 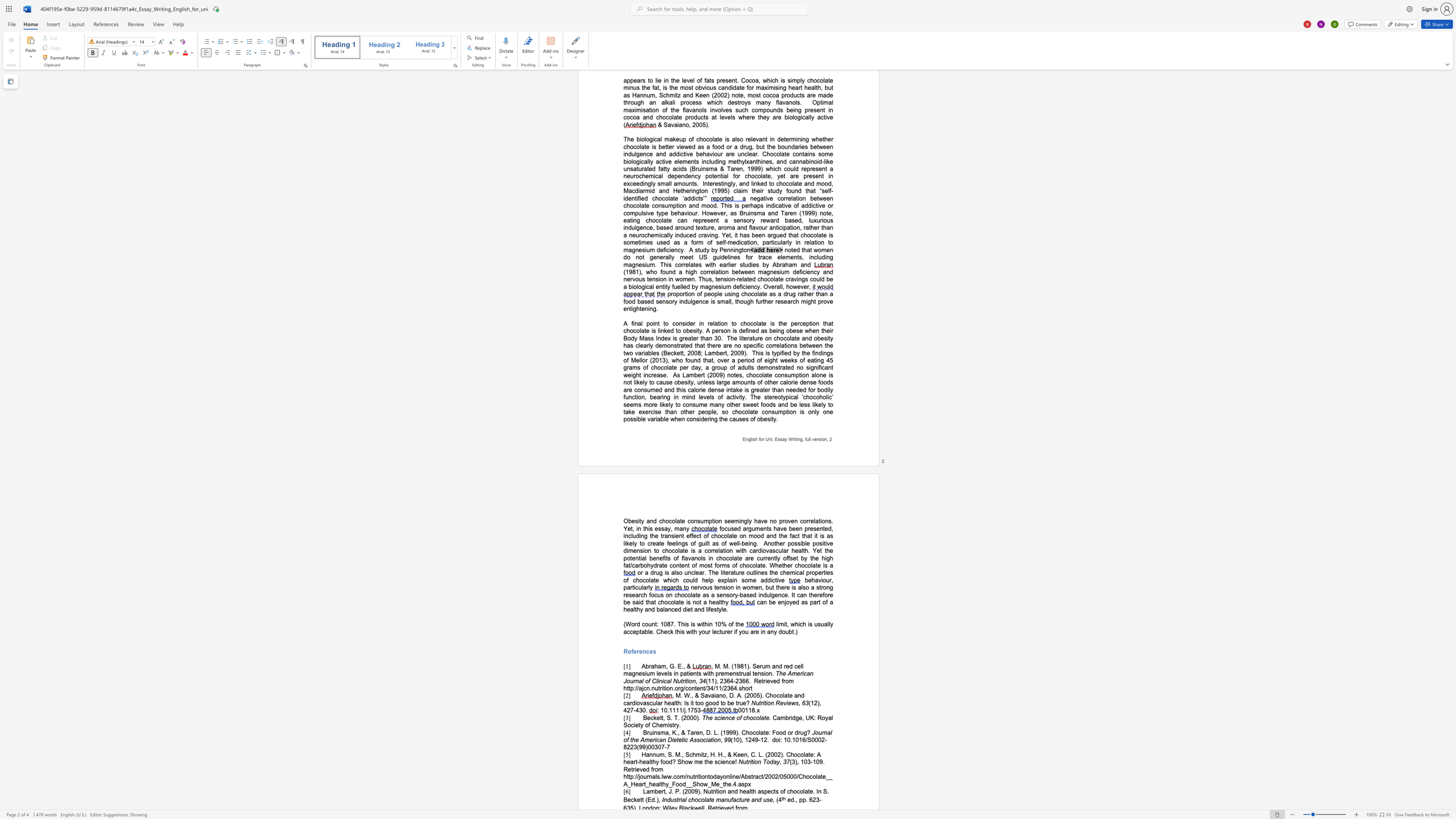 I want to click on the subset text "ckett, S." within the text "Beckett, S. T. (2000).", so click(x=649, y=717).